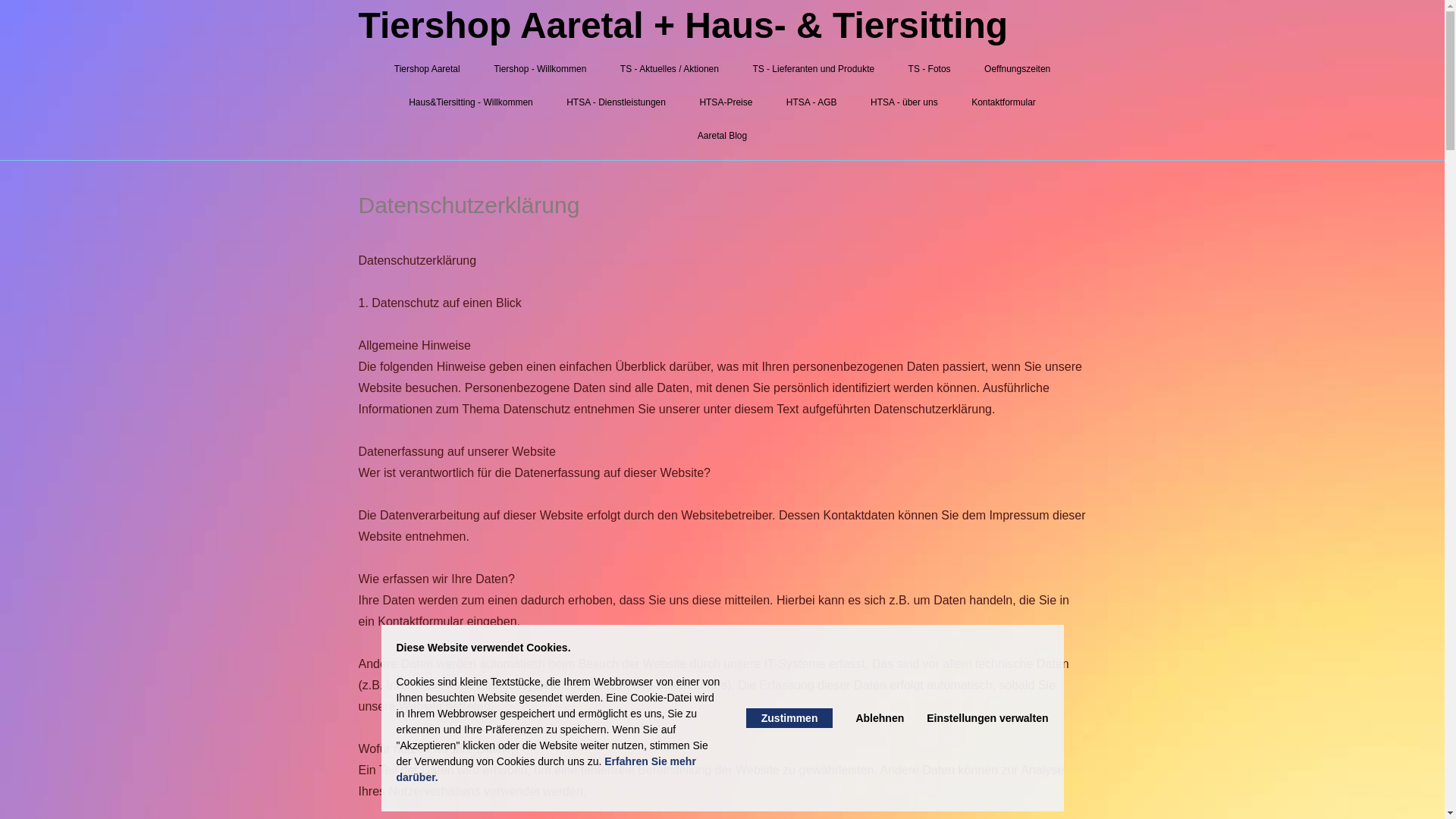 The height and width of the screenshot is (819, 1456). I want to click on 'TS - Lieferanten und Produkte', so click(812, 69).